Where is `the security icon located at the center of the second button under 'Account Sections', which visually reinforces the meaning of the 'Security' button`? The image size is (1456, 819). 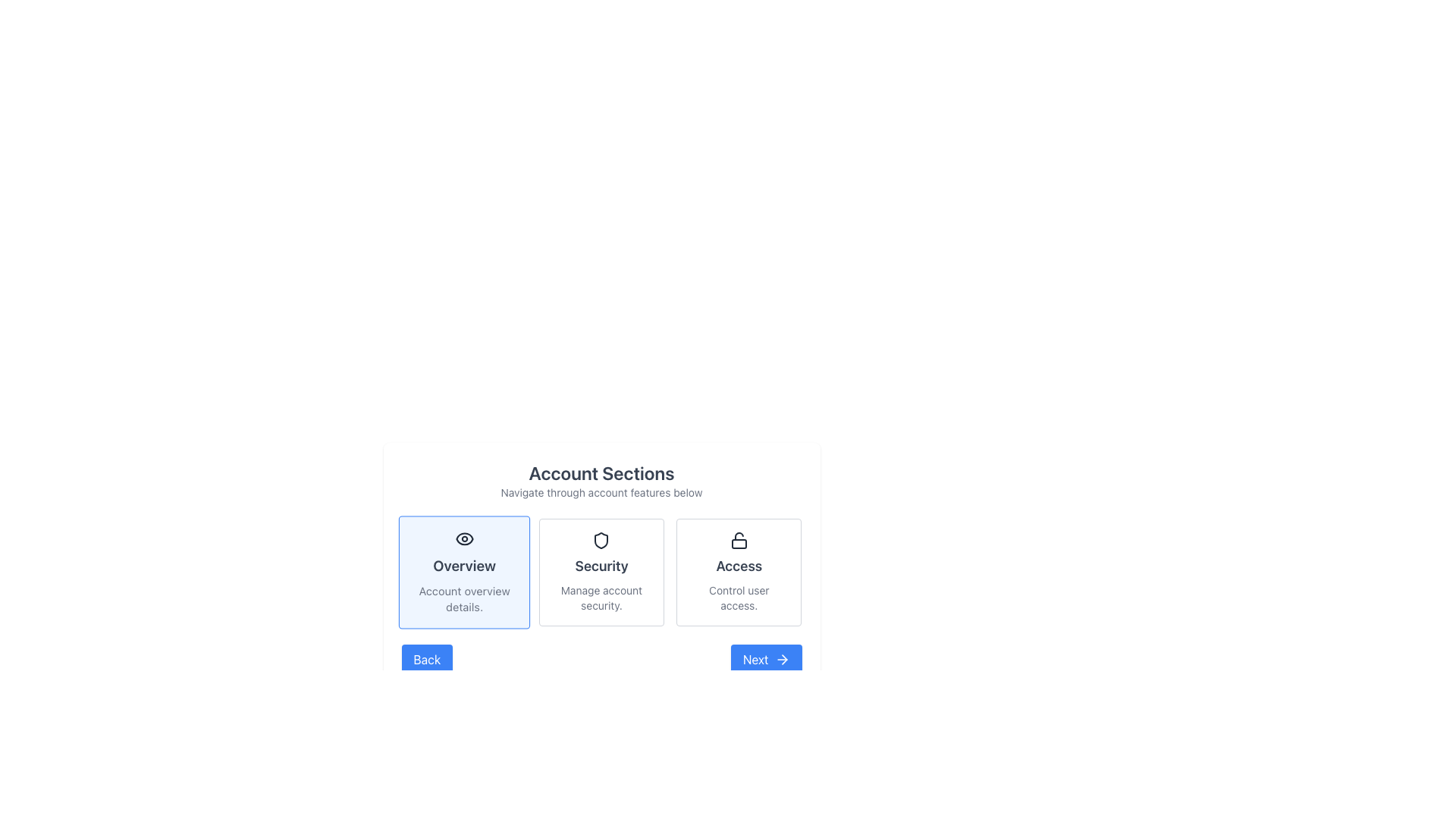
the security icon located at the center of the second button under 'Account Sections', which visually reinforces the meaning of the 'Security' button is located at coordinates (601, 540).